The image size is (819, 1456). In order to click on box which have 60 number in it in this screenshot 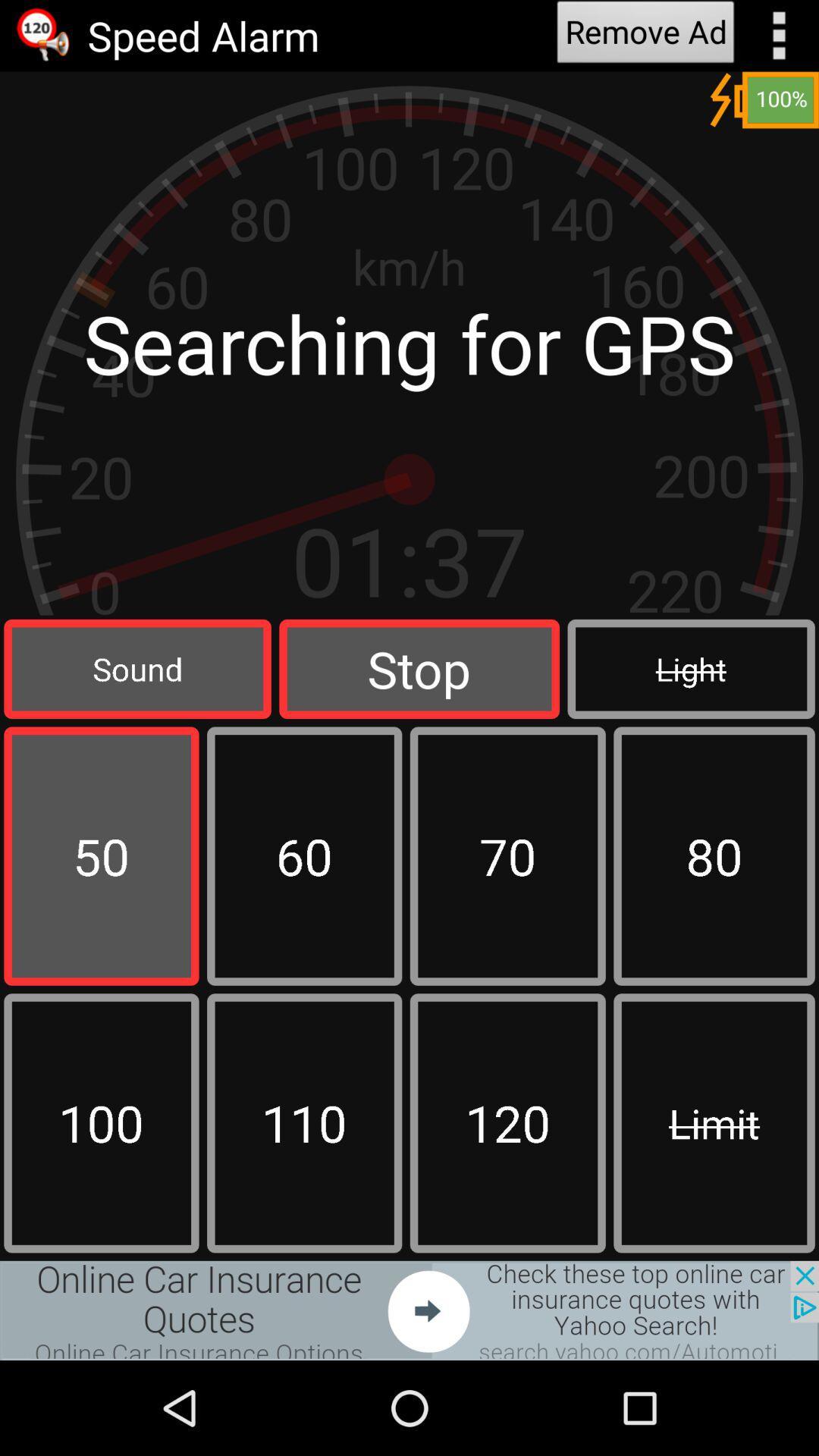, I will do `click(304, 856)`.